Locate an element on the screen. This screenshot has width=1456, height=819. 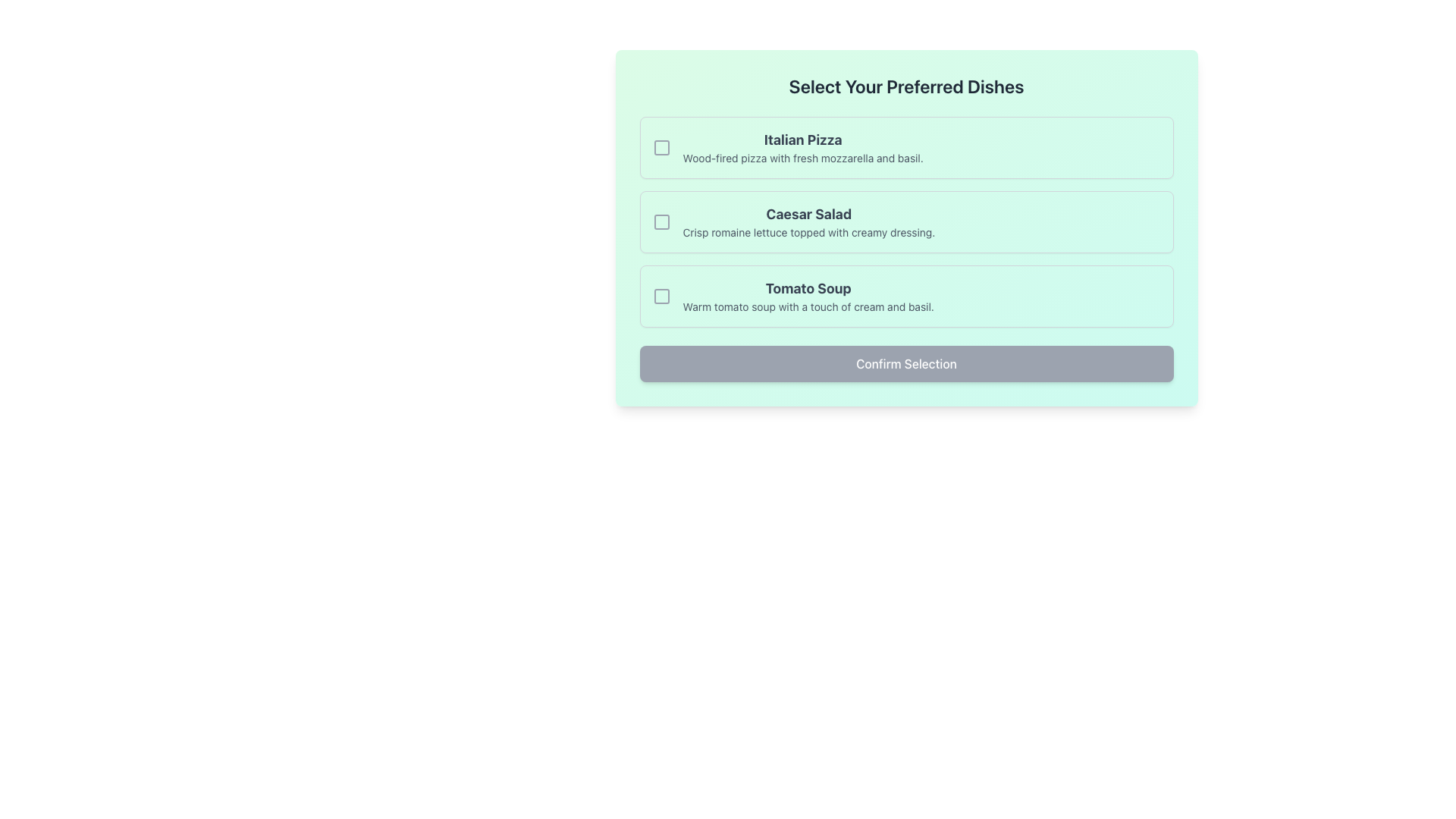
the text element describing the dish 'Italian Pizza', which is located directly beneath the bold heading 'Italian Pizza' and horizontally aligned with a checkbox to its left is located at coordinates (802, 158).